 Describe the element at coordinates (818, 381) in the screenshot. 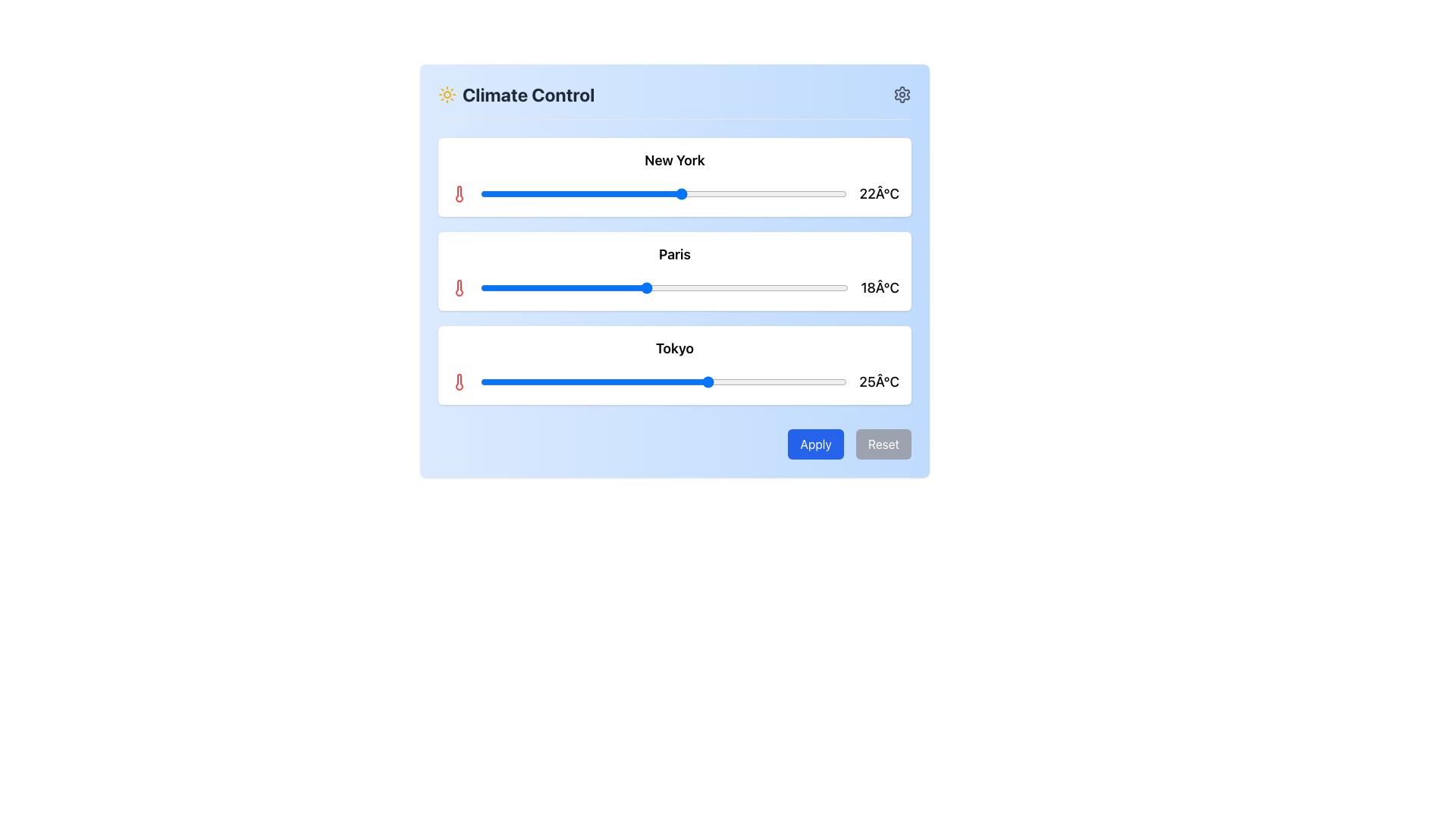

I see `the temperature` at that location.